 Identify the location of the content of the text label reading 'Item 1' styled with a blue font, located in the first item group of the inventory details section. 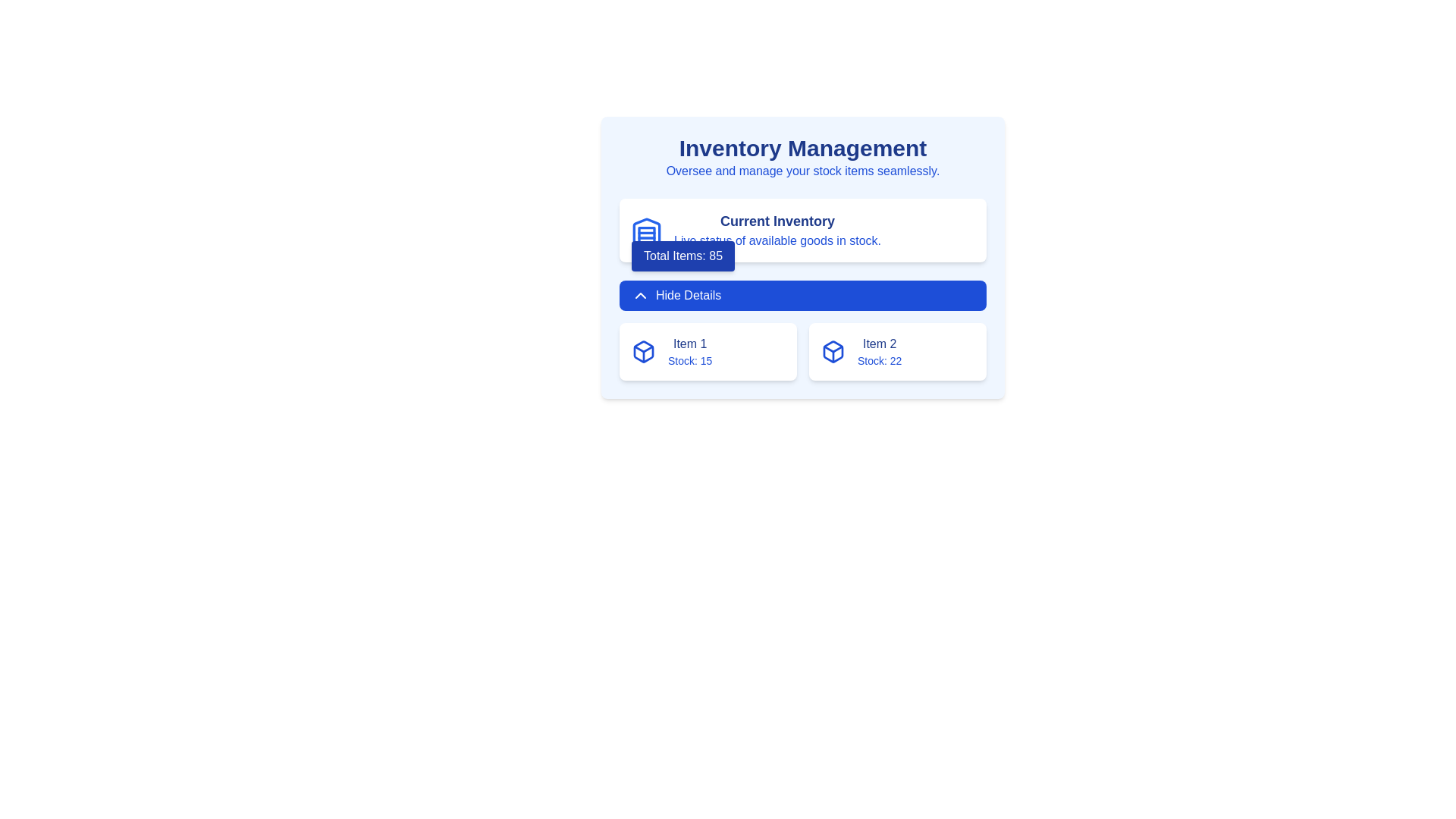
(689, 344).